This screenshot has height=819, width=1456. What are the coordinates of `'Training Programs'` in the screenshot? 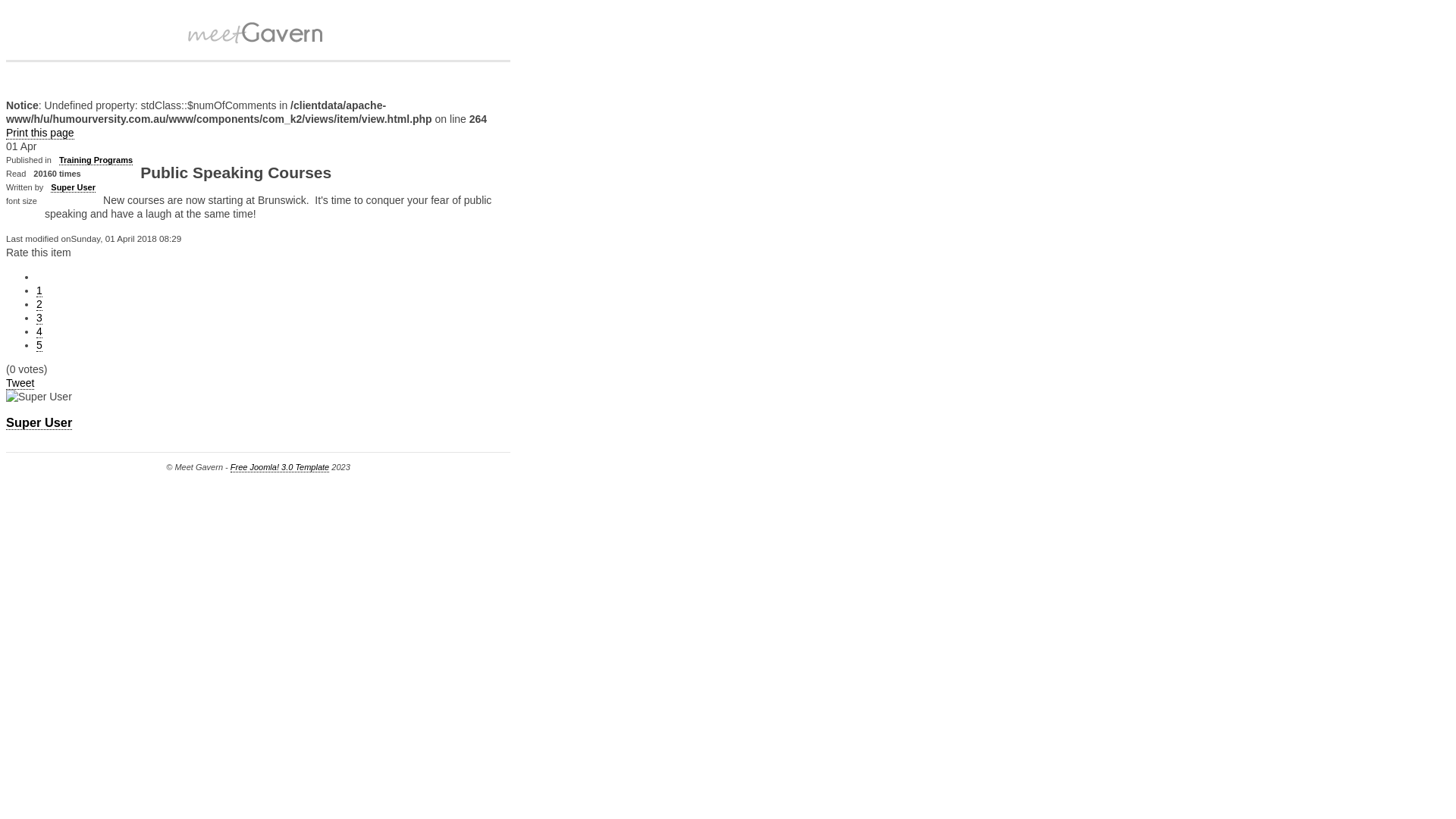 It's located at (95, 160).